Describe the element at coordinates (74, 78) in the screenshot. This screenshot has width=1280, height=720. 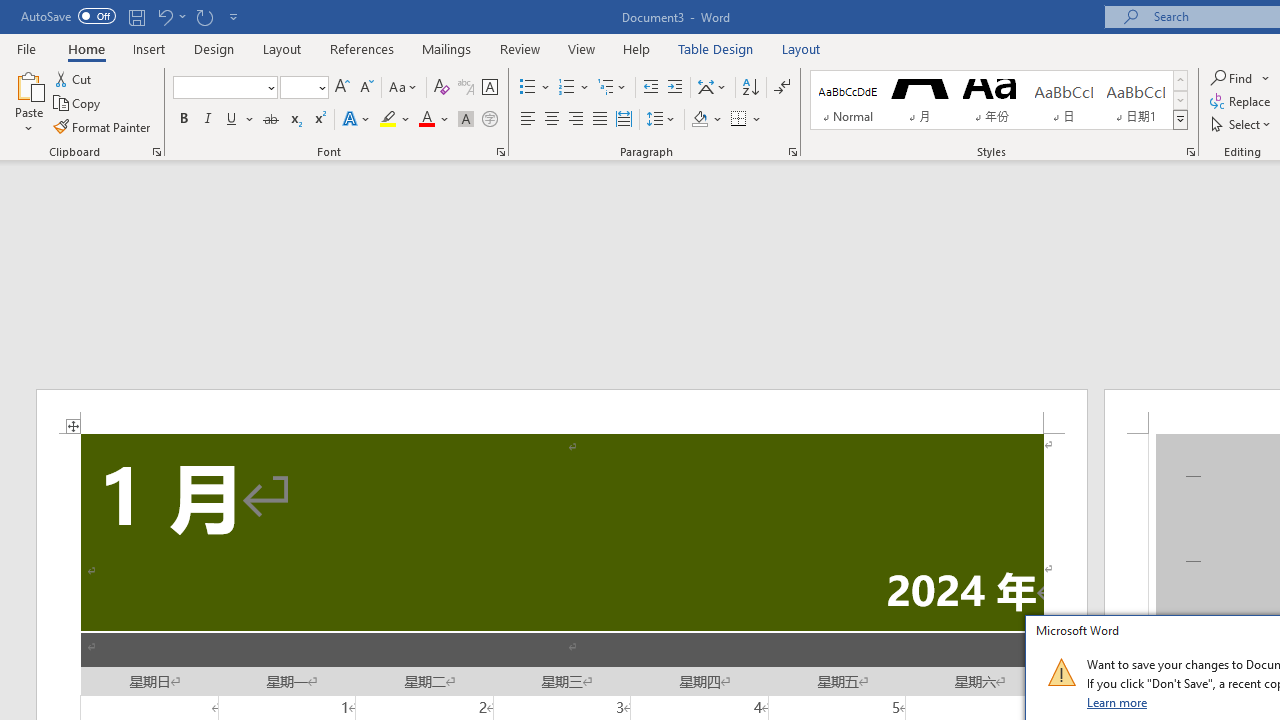
I see `'Cut'` at that location.